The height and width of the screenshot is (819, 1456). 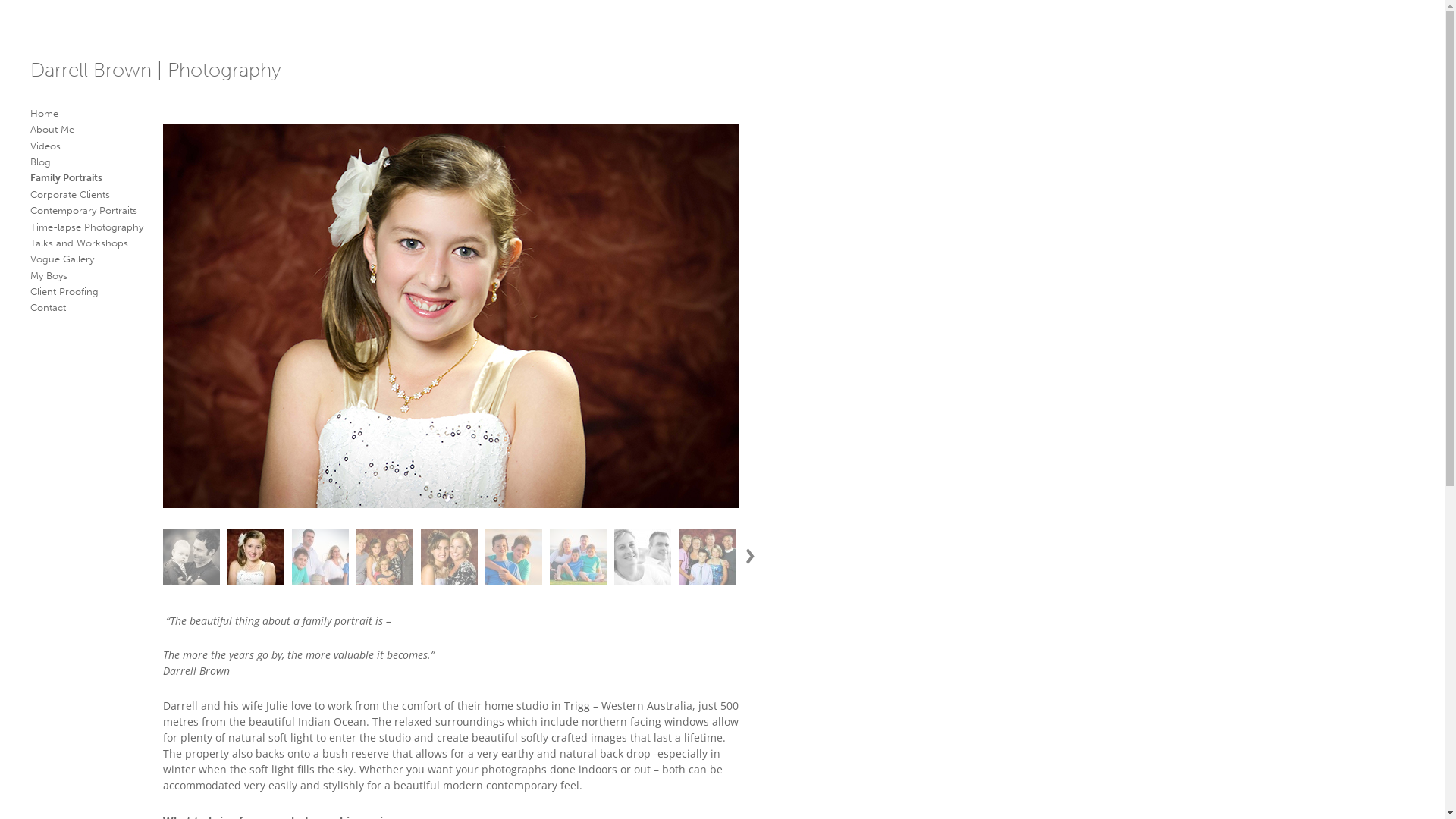 What do you see at coordinates (48, 307) in the screenshot?
I see `'Contact'` at bounding box center [48, 307].